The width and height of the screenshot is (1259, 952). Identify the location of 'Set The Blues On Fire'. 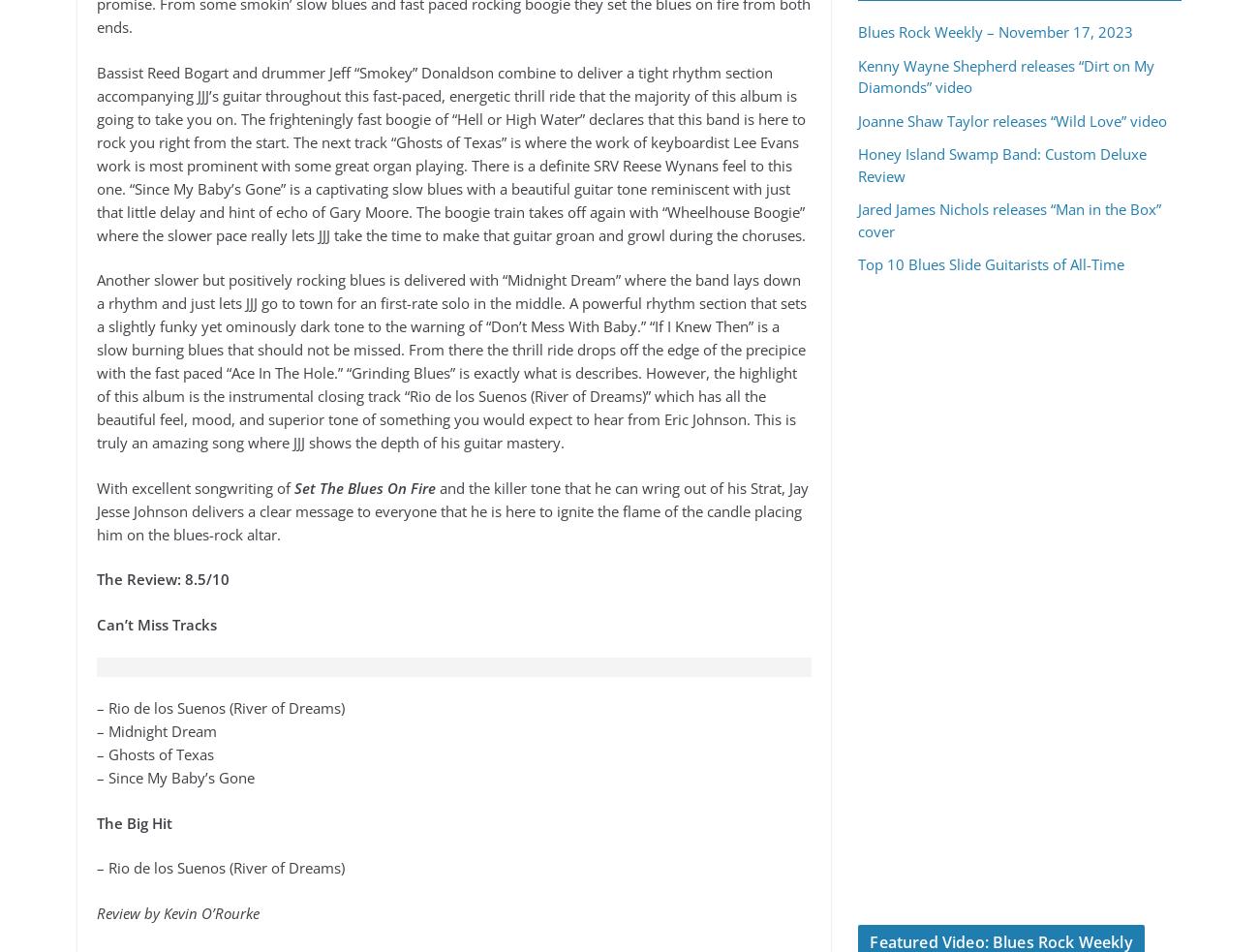
(364, 487).